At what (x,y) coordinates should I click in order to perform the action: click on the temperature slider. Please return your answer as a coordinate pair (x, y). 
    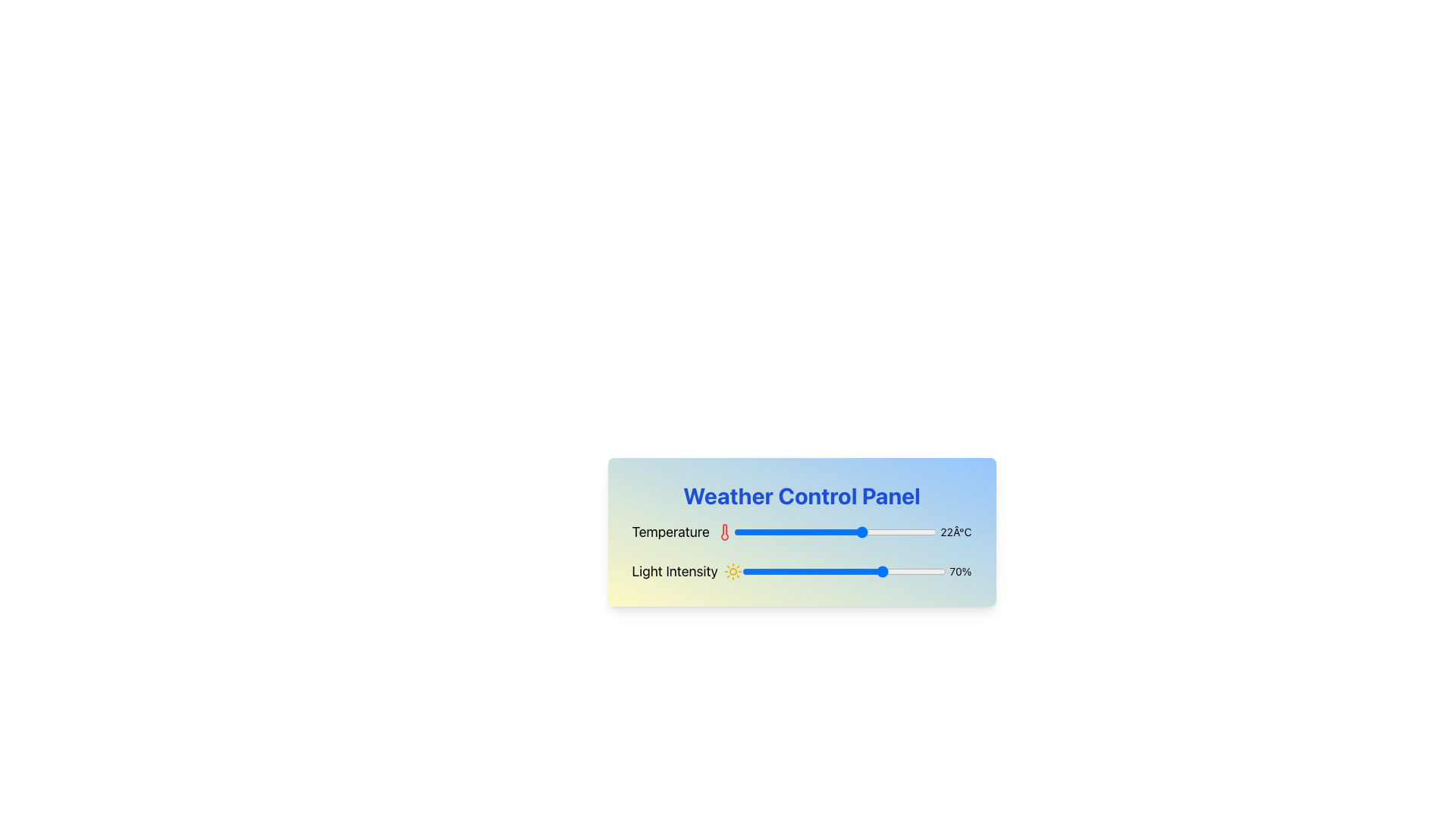
    Looking at the image, I should click on (758, 532).